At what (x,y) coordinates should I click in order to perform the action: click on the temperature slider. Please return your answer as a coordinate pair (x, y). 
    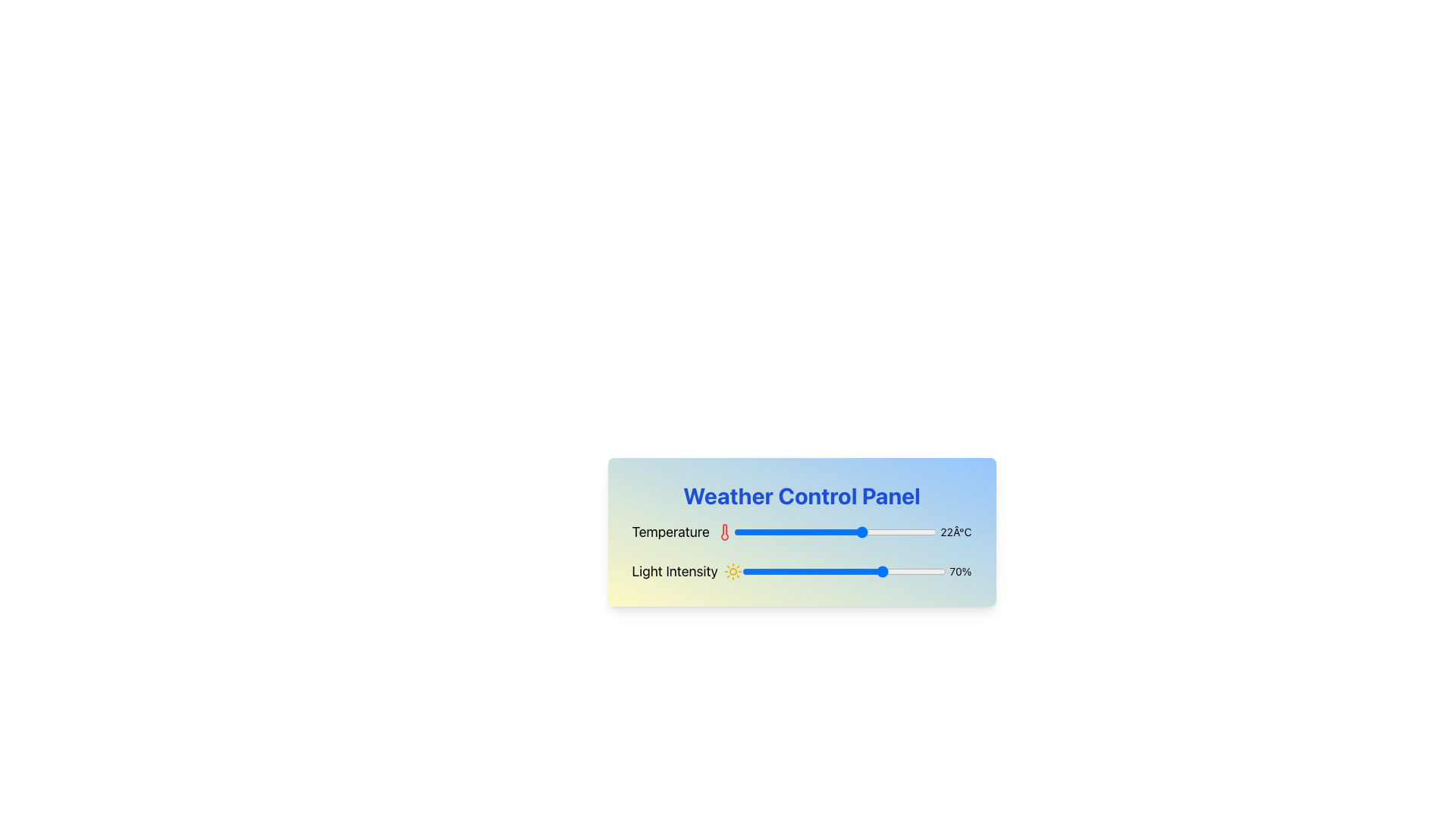
    Looking at the image, I should click on (758, 532).